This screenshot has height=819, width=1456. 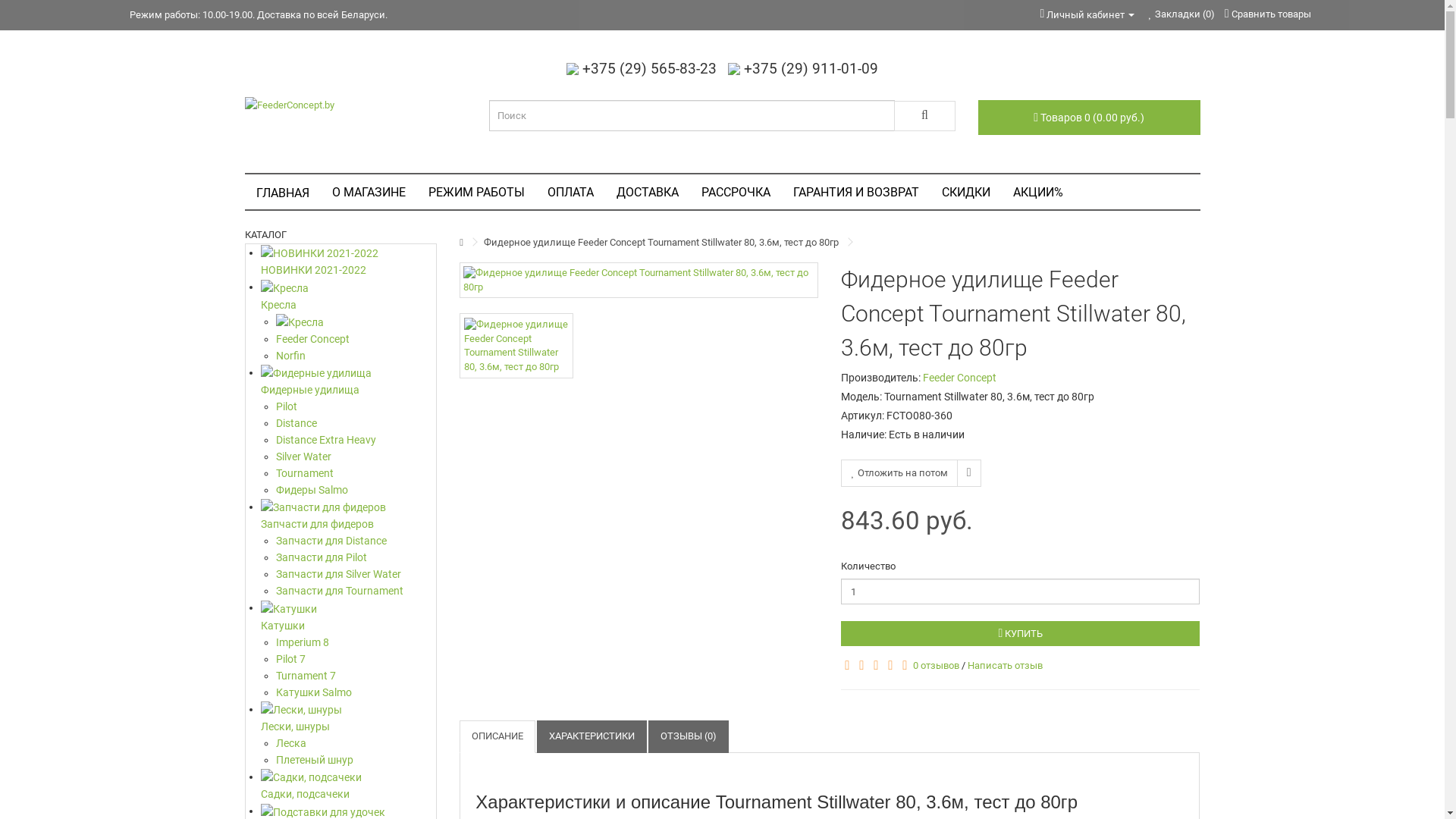 What do you see at coordinates (959, 376) in the screenshot?
I see `'Feeder Concept'` at bounding box center [959, 376].